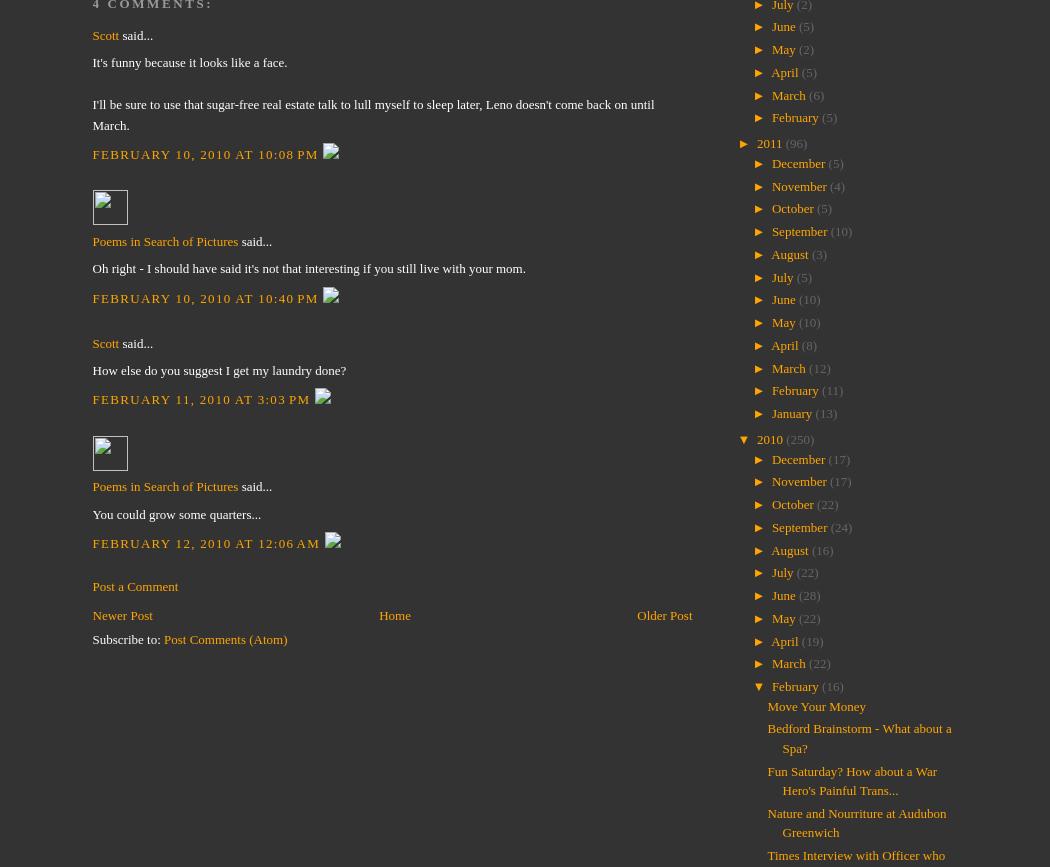 The height and width of the screenshot is (867, 1050). What do you see at coordinates (121, 614) in the screenshot?
I see `'Newer Post'` at bounding box center [121, 614].